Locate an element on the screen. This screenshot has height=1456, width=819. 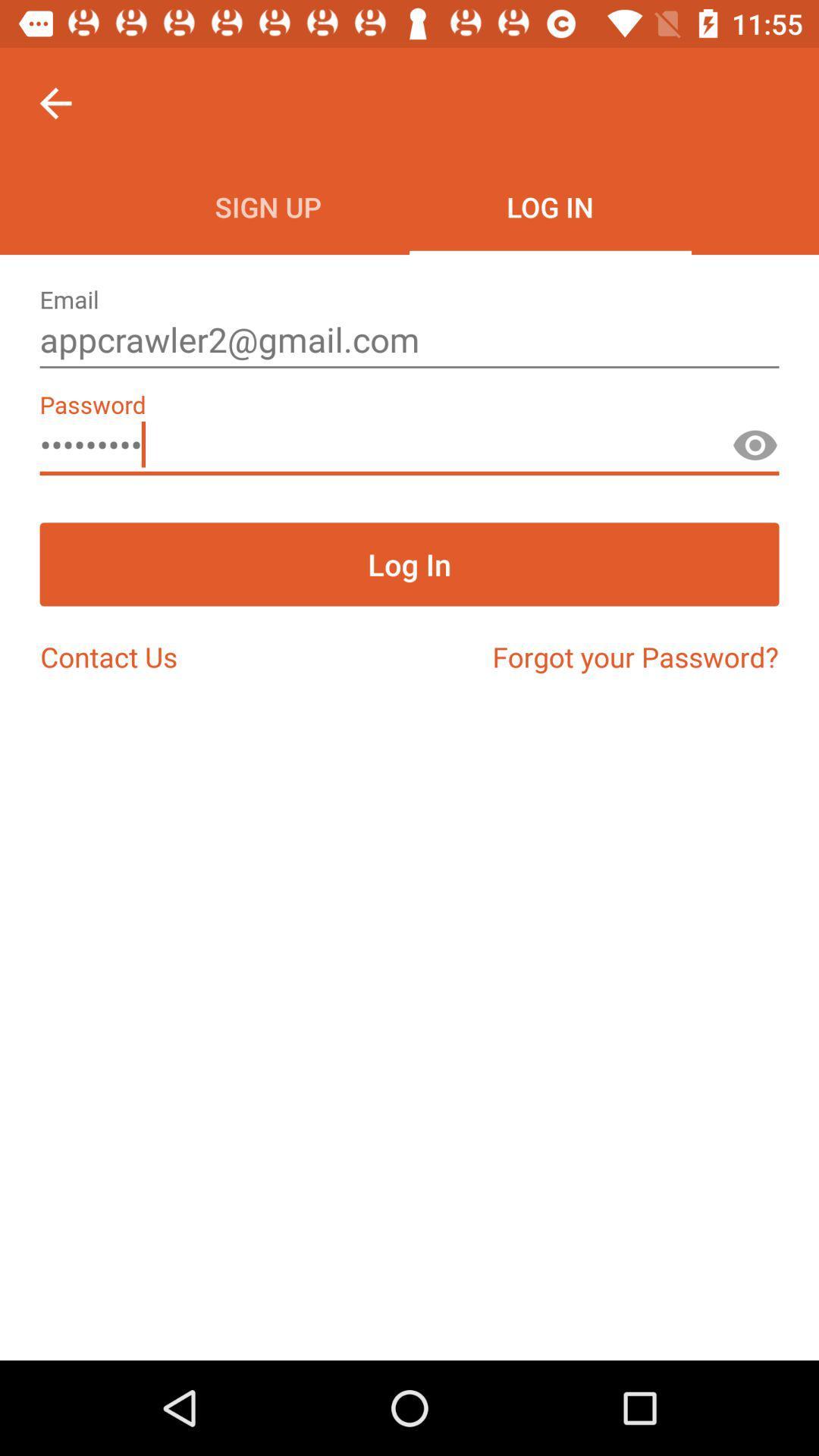
see password button is located at coordinates (755, 451).